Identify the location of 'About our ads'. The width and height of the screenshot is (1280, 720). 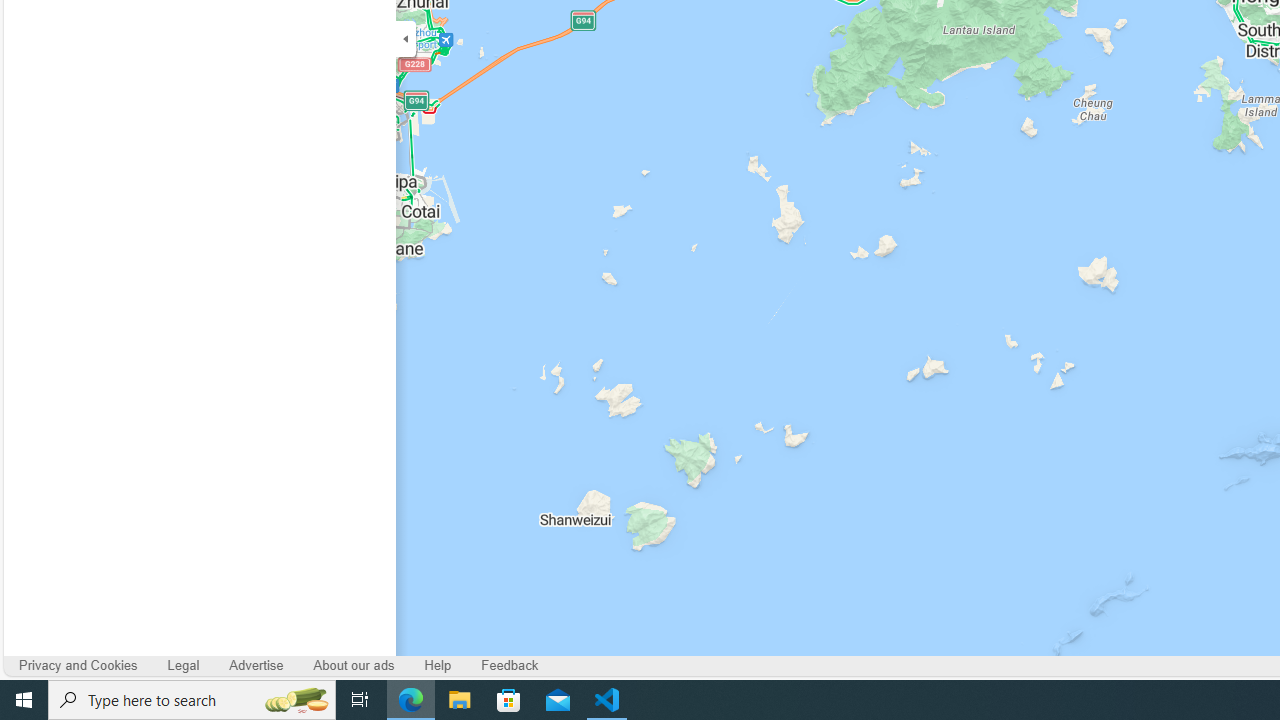
(353, 666).